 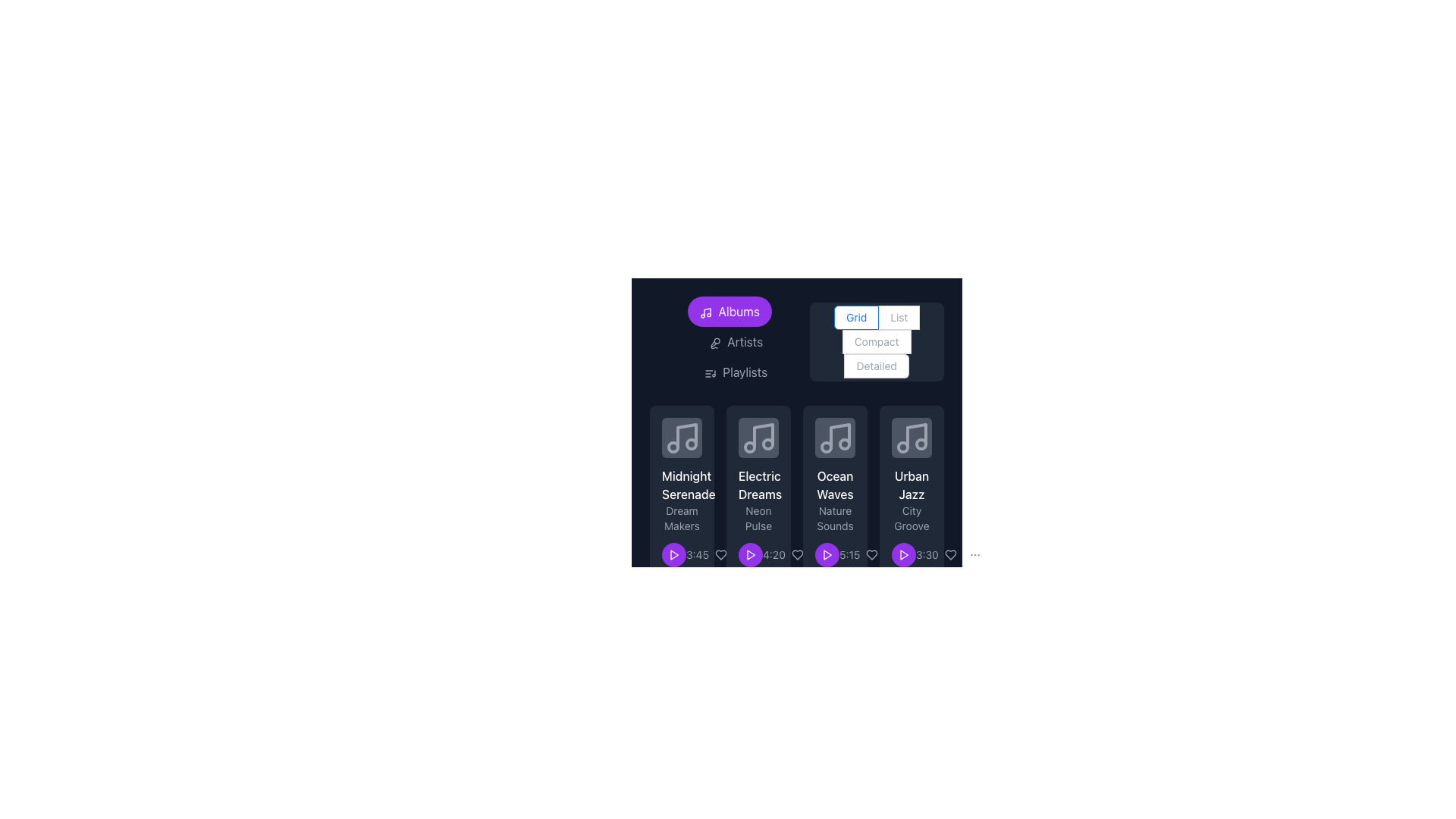 What do you see at coordinates (758, 485) in the screenshot?
I see `the text element displaying 'Electric Dreams' in white font, located in the second column of the grid layout, beneath the icon and above the subtitle 'Neon Pulse'` at bounding box center [758, 485].